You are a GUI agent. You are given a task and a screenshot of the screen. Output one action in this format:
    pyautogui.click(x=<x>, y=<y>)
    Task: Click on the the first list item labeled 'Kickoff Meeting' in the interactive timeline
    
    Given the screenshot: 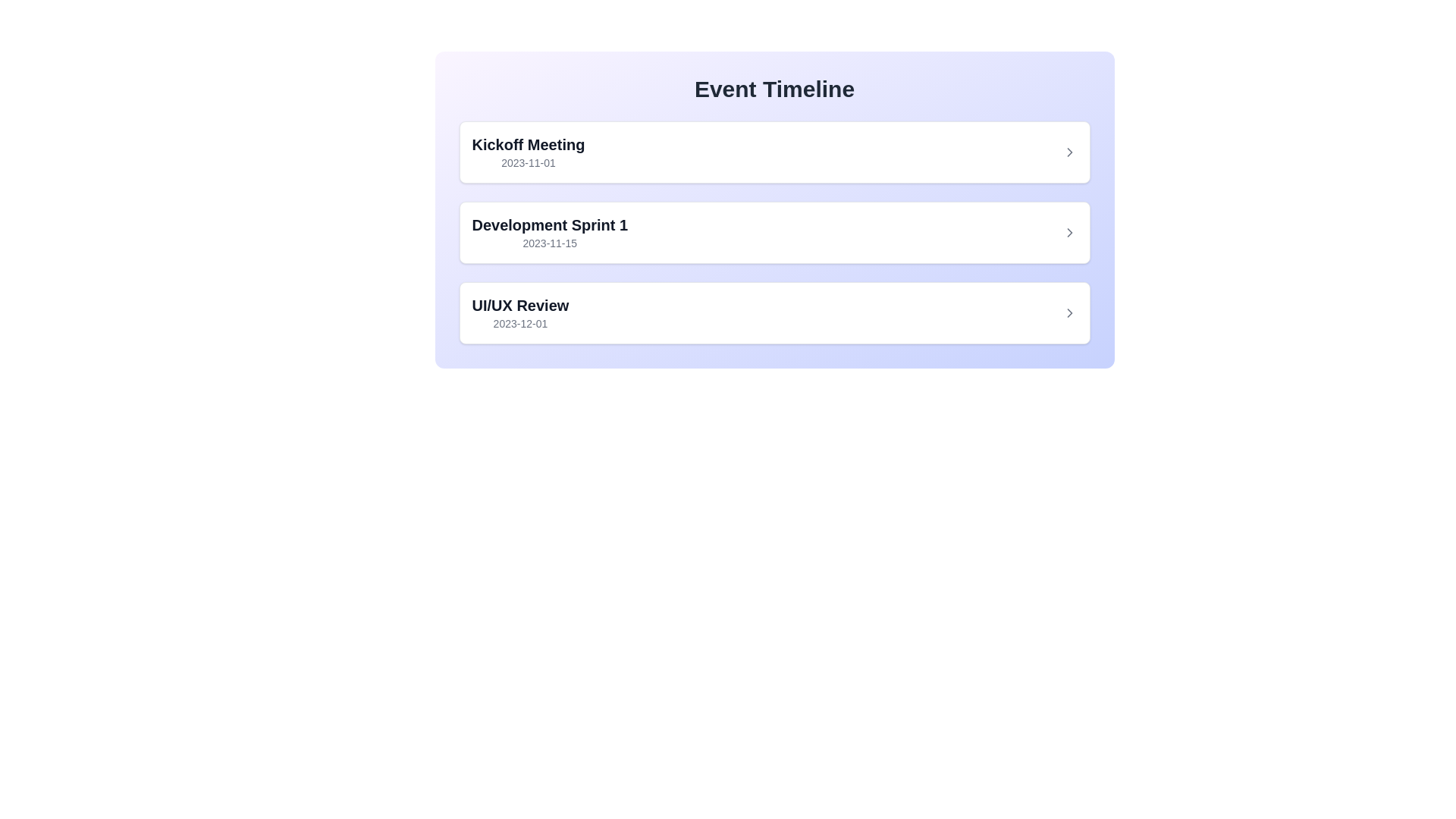 What is the action you would take?
    pyautogui.click(x=774, y=152)
    